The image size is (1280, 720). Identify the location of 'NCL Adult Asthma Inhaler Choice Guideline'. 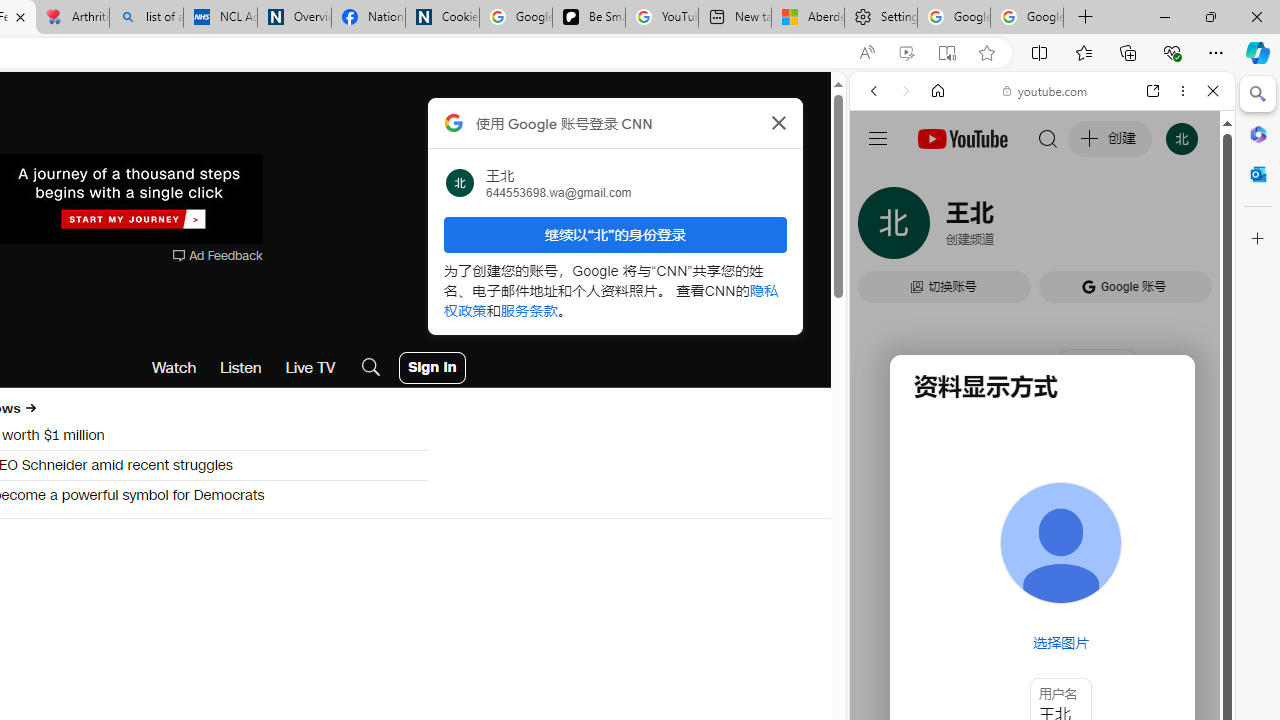
(220, 17).